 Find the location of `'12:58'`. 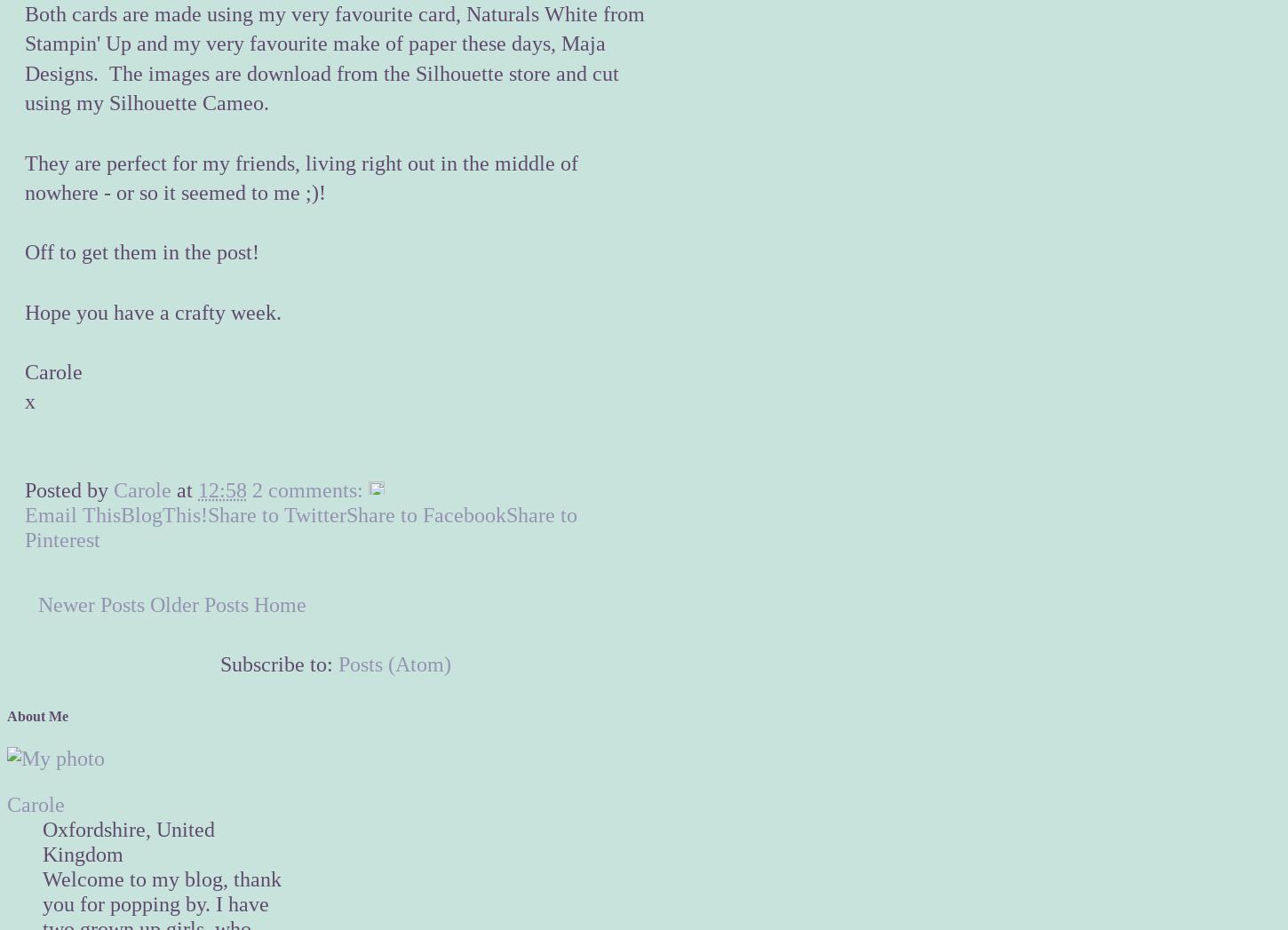

'12:58' is located at coordinates (222, 490).